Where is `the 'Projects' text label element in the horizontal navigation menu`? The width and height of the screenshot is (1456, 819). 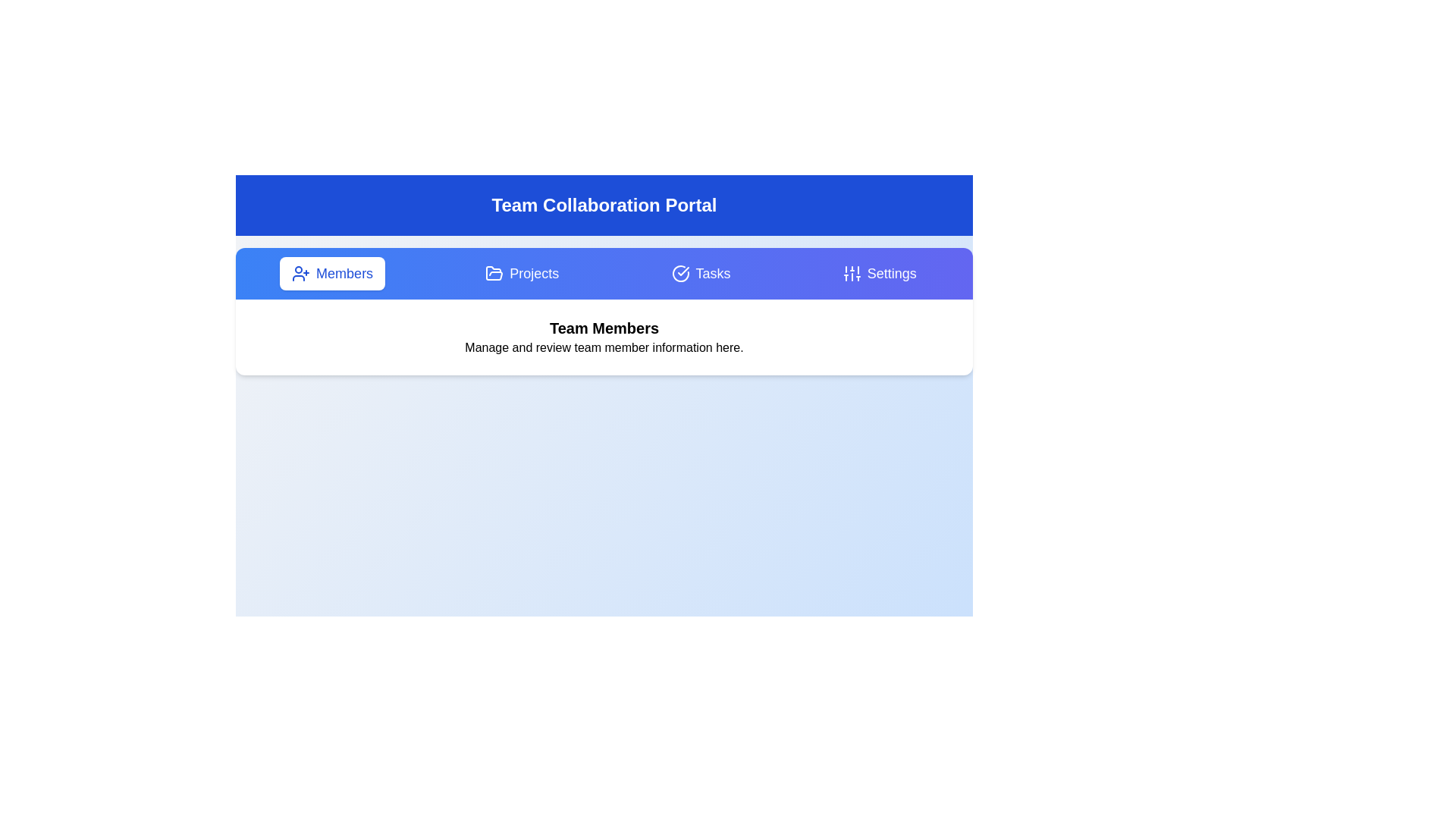
the 'Projects' text label element in the horizontal navigation menu is located at coordinates (534, 274).